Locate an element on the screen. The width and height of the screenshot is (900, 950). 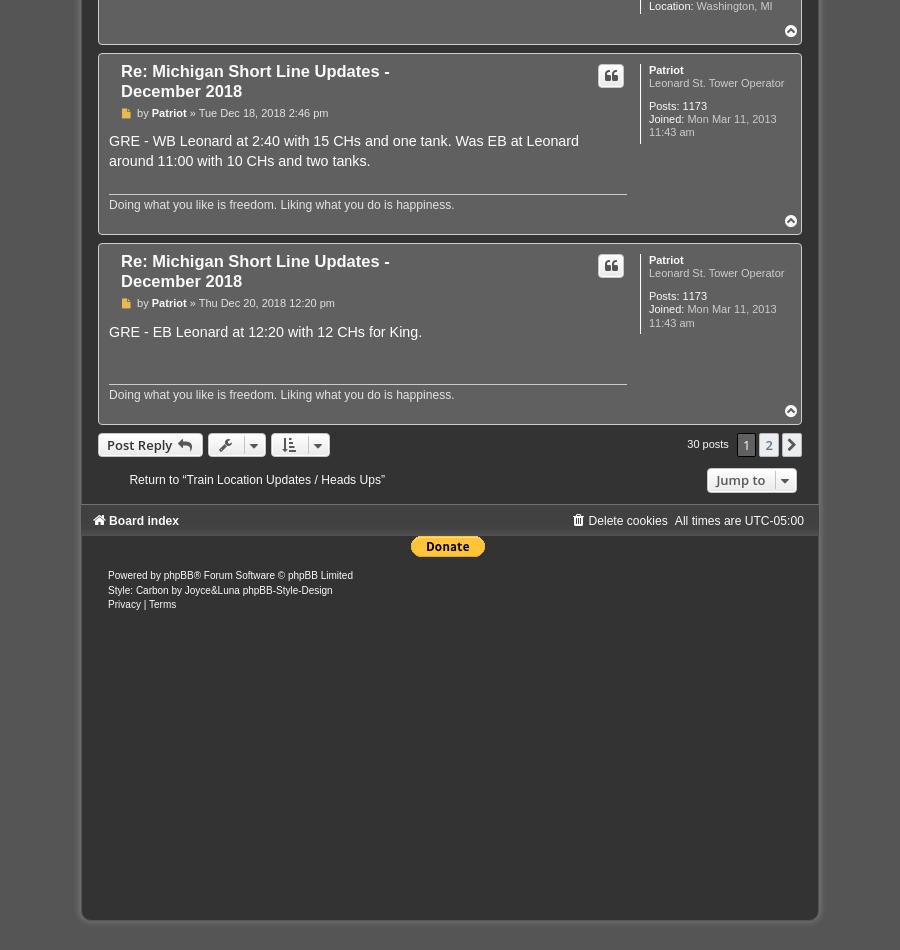
'Return to “Train Location Updates / Heads Ups”' is located at coordinates (256, 480).